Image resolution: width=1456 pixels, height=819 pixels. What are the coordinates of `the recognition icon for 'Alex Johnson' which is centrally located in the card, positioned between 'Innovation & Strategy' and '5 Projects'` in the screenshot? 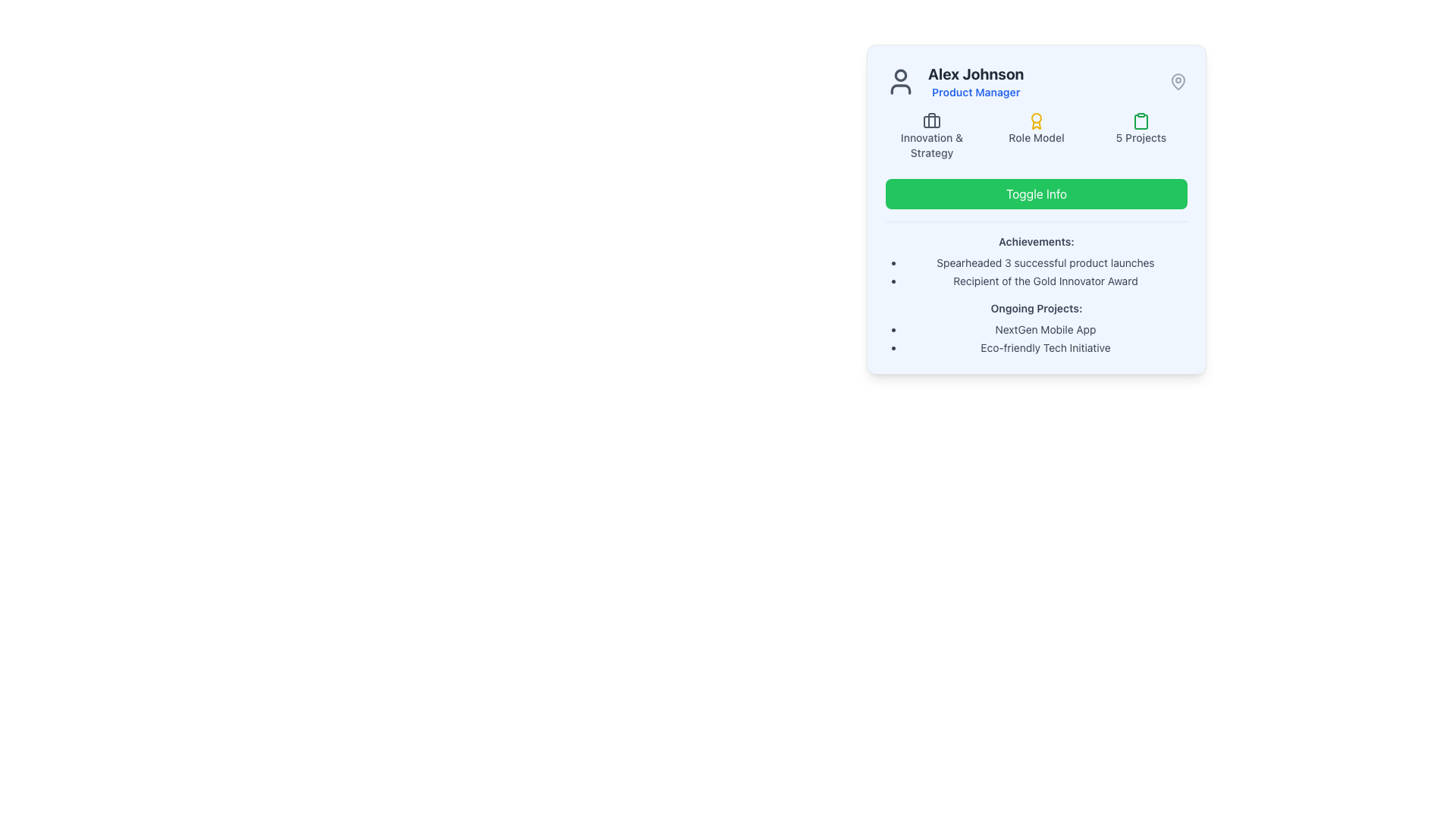 It's located at (1036, 136).